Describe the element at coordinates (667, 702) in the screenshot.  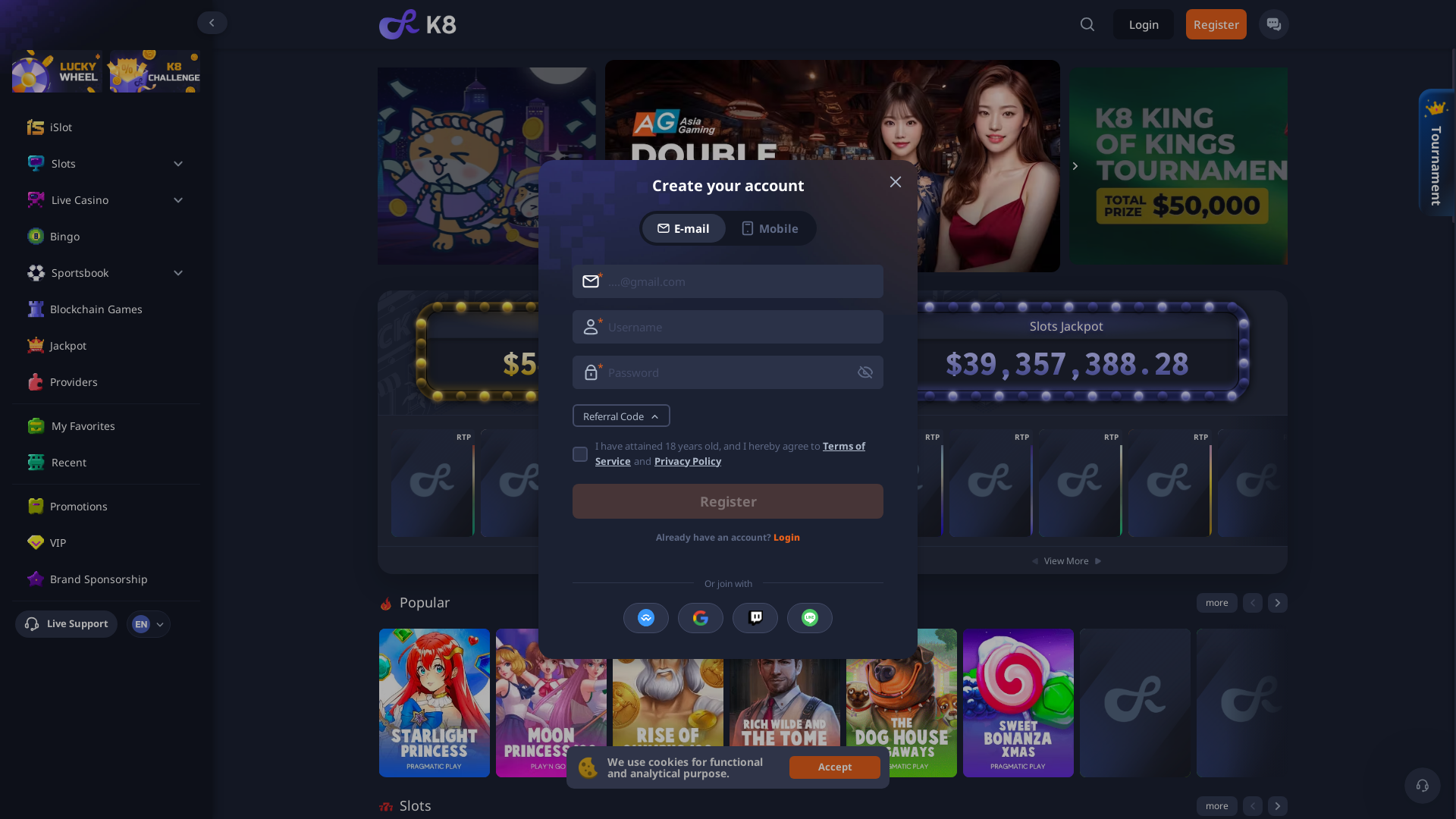
I see `'Rise of Olympus 100'` at that location.